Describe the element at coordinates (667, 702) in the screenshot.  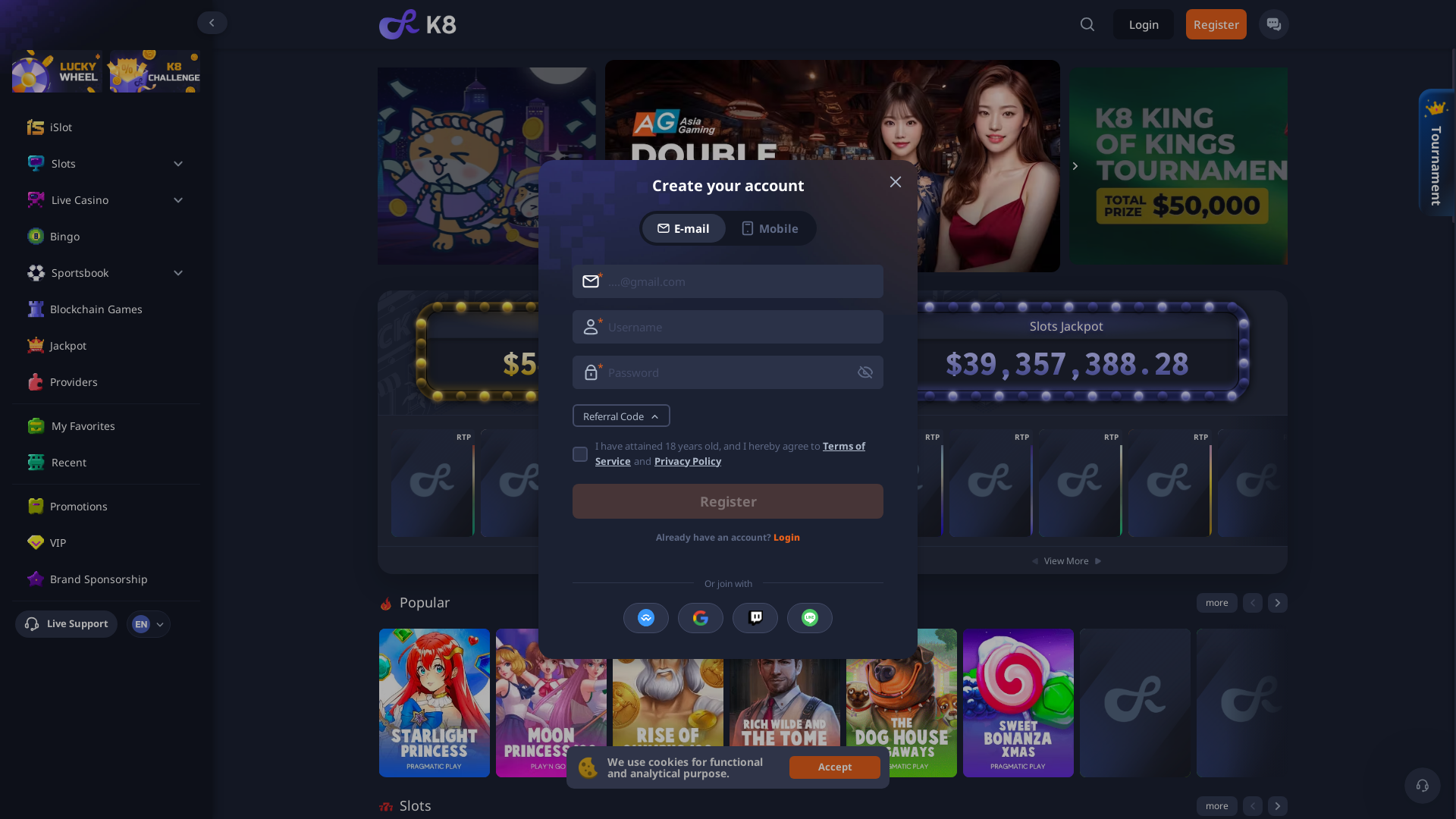
I see `'Rise of Olympus 100'` at that location.